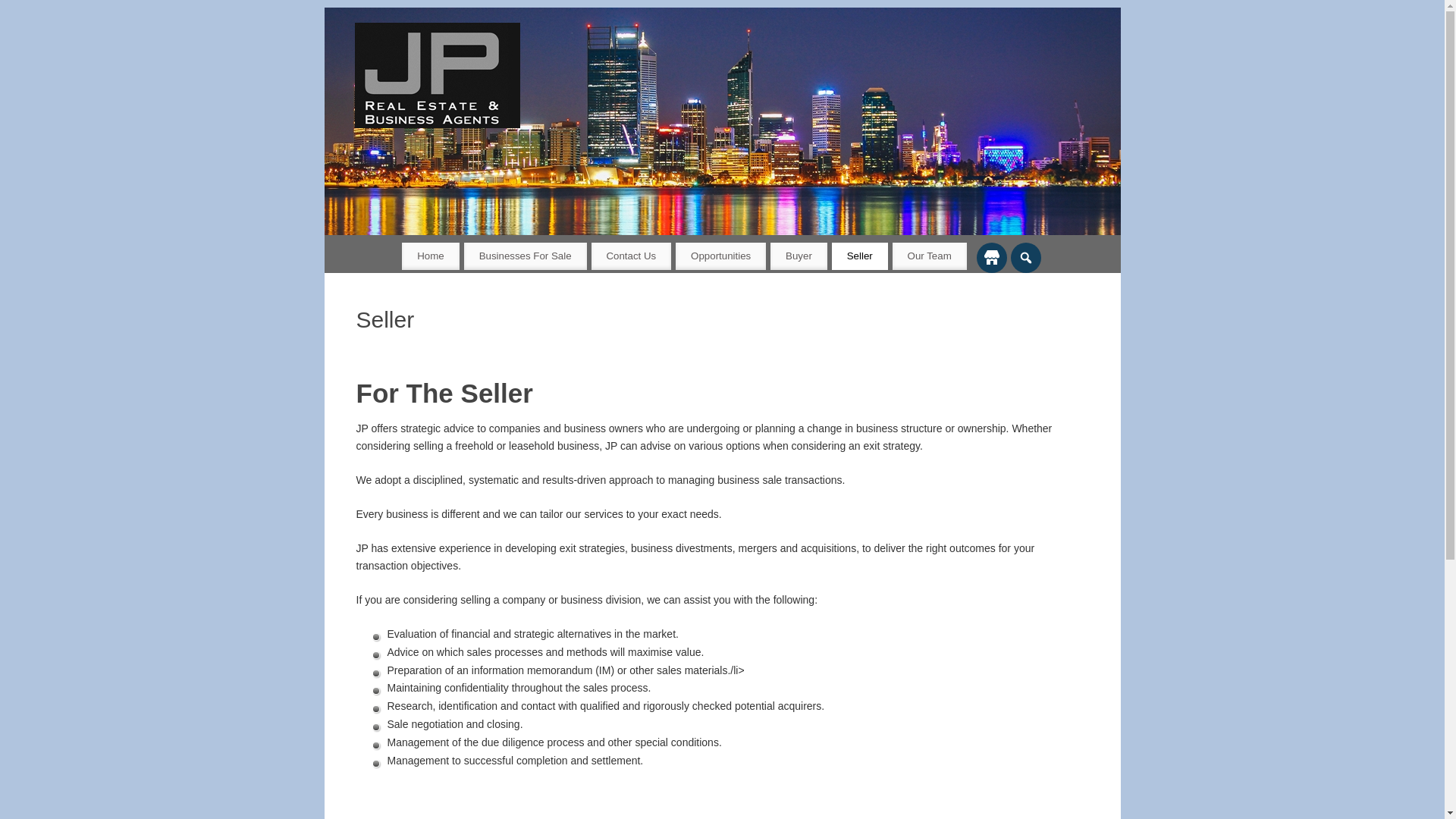  I want to click on 'Opportunities', so click(675, 256).